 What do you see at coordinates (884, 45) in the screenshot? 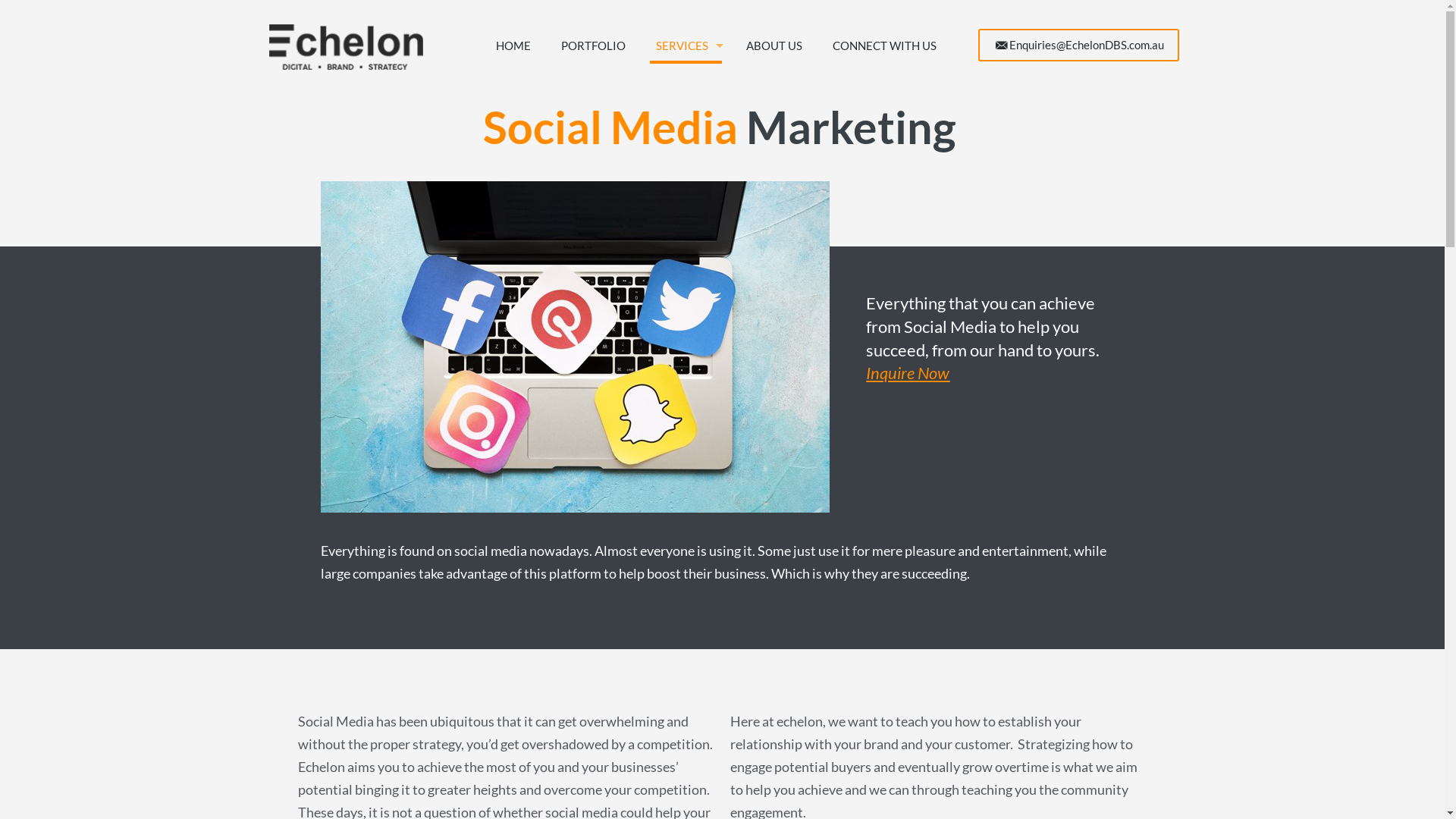
I see `'CONNECT WITH US'` at bounding box center [884, 45].